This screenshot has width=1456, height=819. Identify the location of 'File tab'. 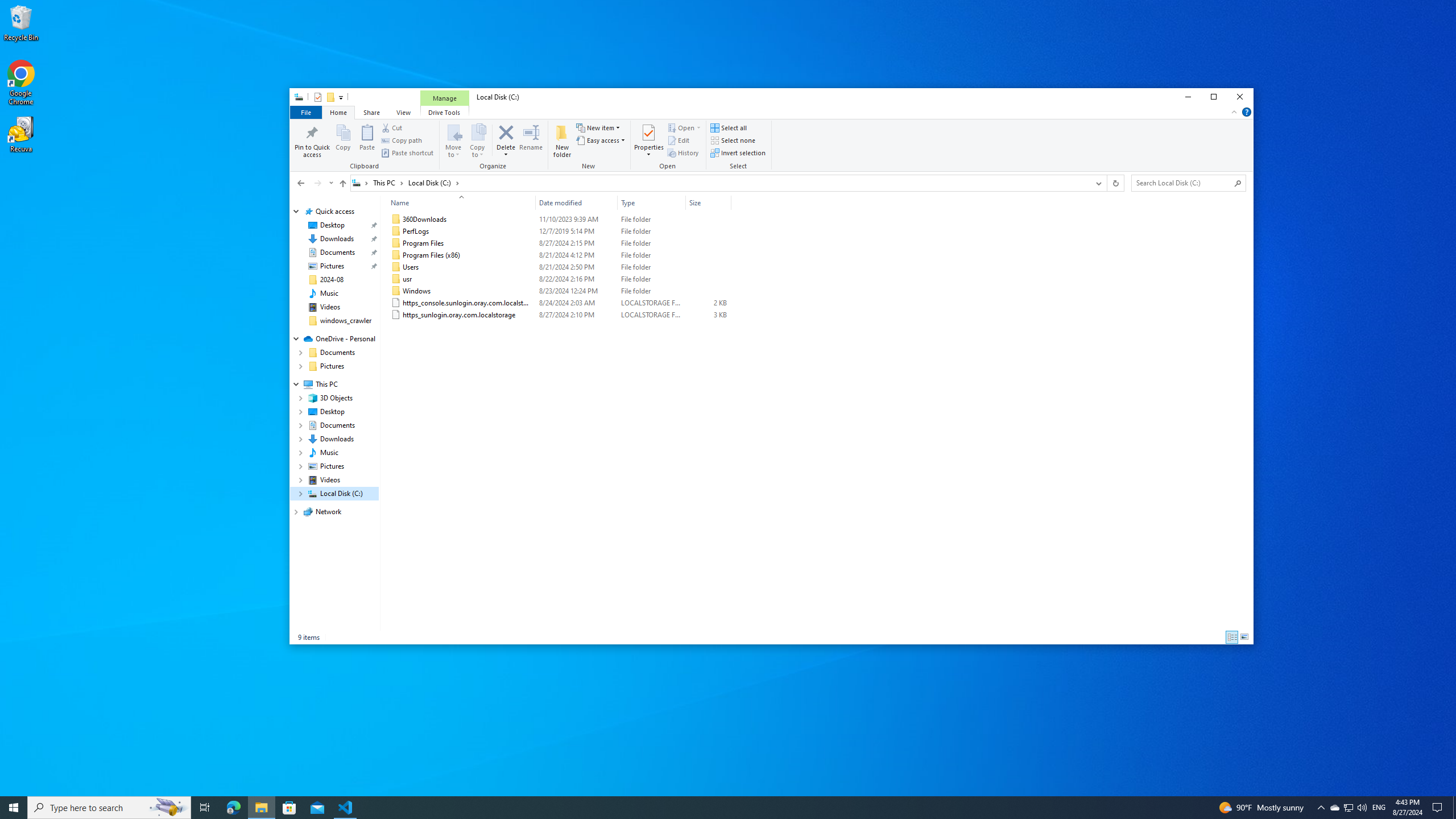
(305, 111).